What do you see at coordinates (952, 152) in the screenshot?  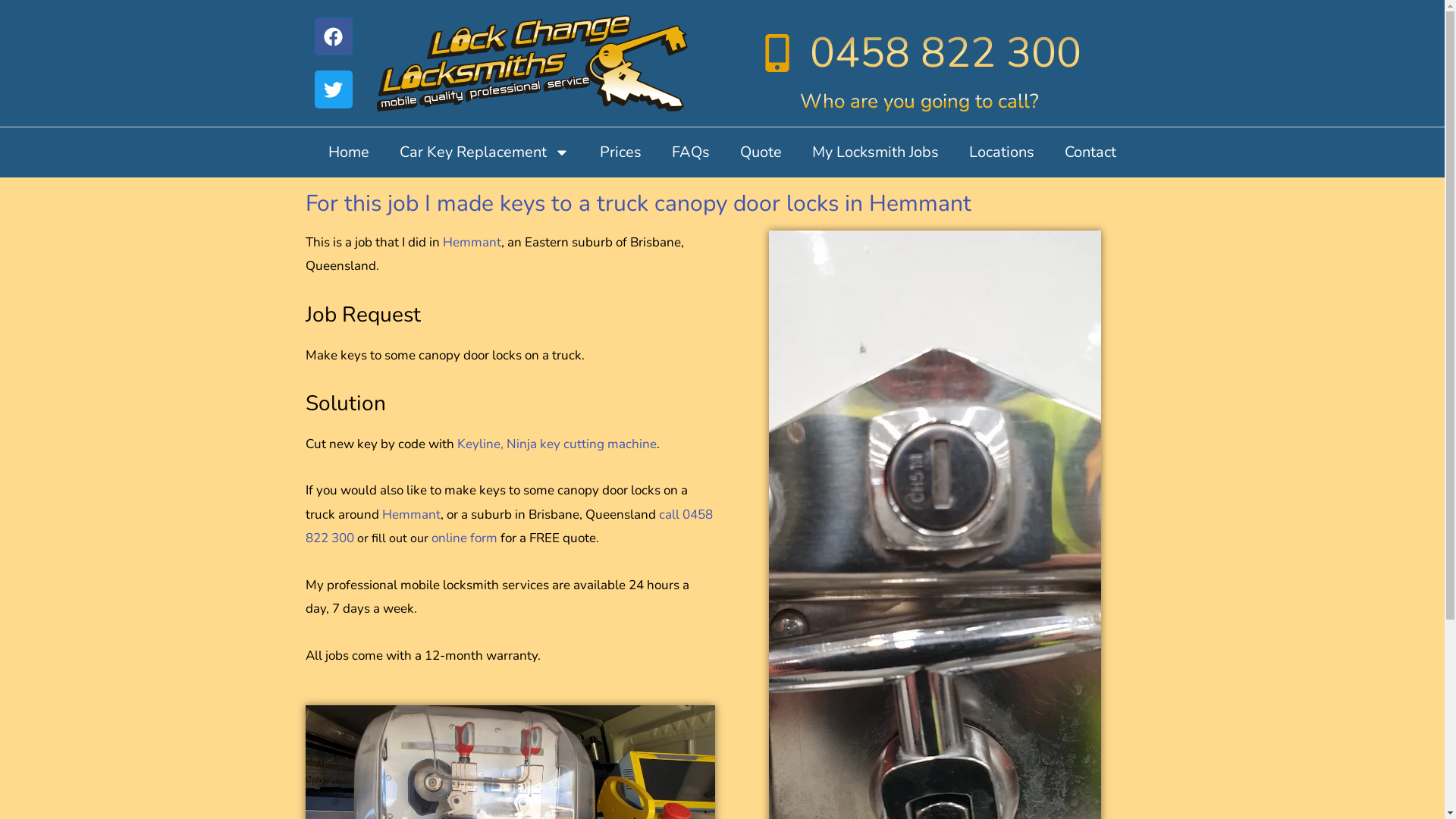 I see `'Locations'` at bounding box center [952, 152].